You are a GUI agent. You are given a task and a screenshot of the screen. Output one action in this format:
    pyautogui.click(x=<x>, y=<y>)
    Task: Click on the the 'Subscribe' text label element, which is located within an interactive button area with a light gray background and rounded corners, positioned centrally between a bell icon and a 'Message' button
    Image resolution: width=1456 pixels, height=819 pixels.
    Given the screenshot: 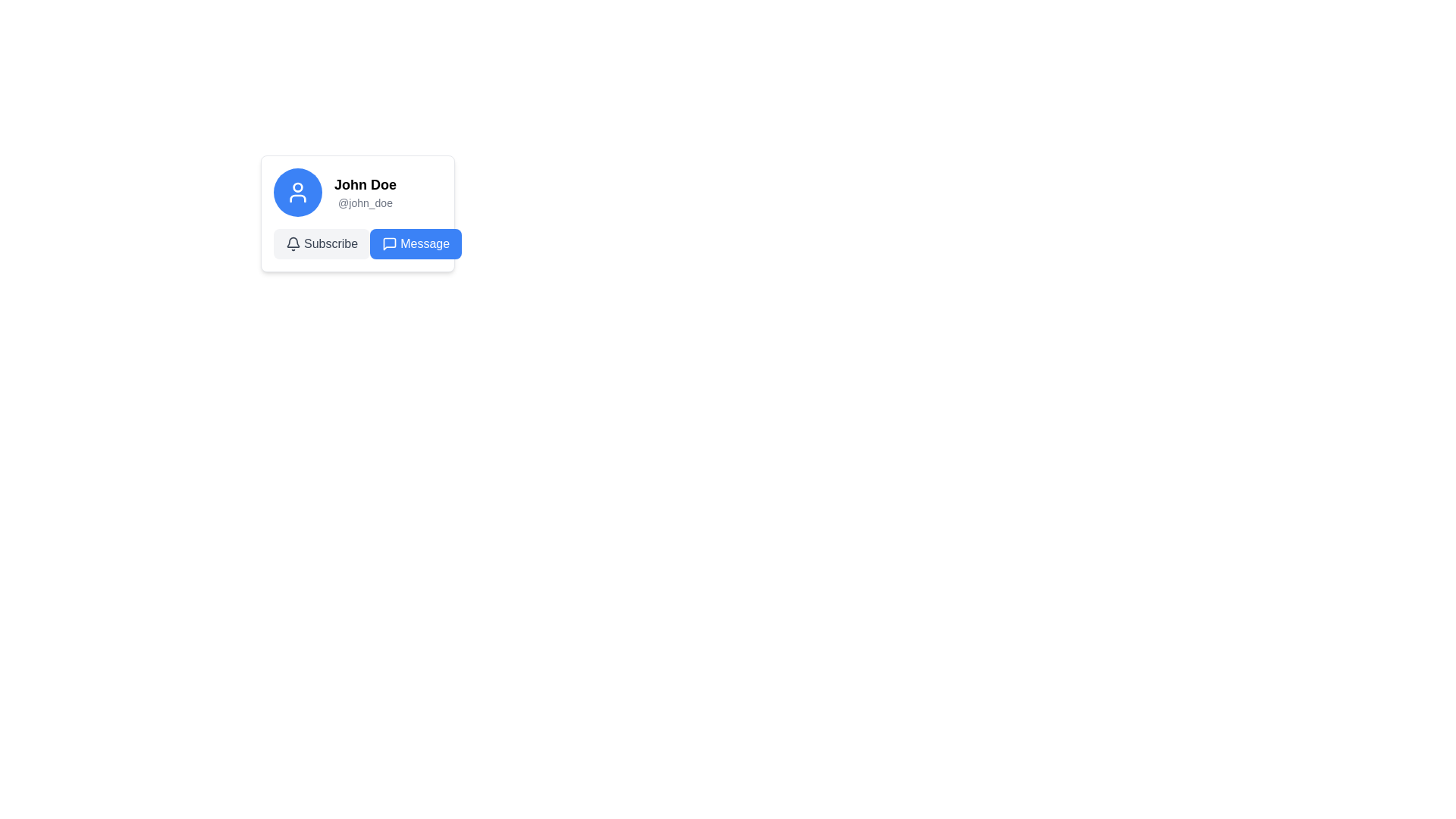 What is the action you would take?
    pyautogui.click(x=330, y=243)
    